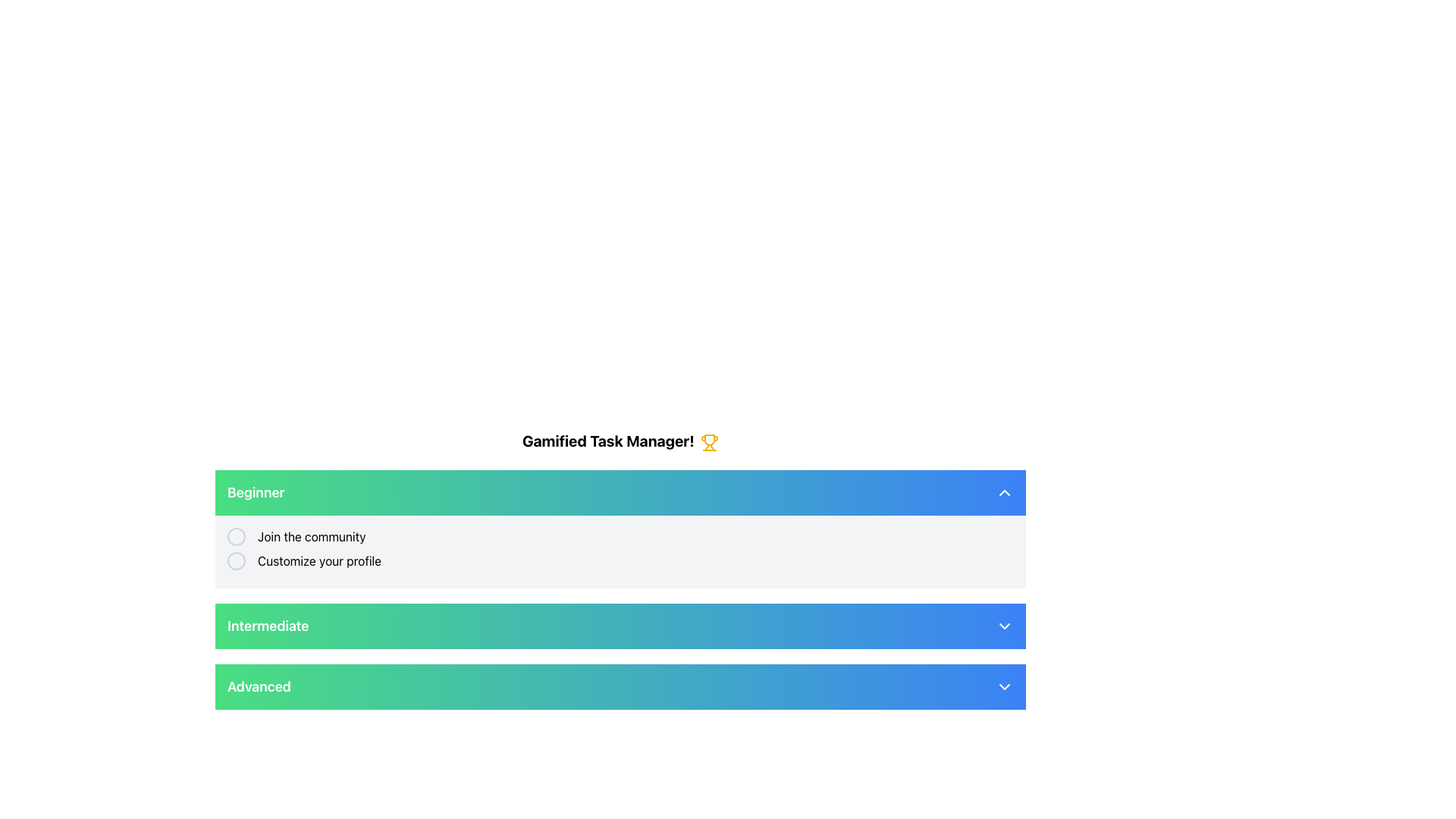 The height and width of the screenshot is (819, 1456). I want to click on the toggle switch located to the left of the 'Customize your profile' text, so click(236, 561).